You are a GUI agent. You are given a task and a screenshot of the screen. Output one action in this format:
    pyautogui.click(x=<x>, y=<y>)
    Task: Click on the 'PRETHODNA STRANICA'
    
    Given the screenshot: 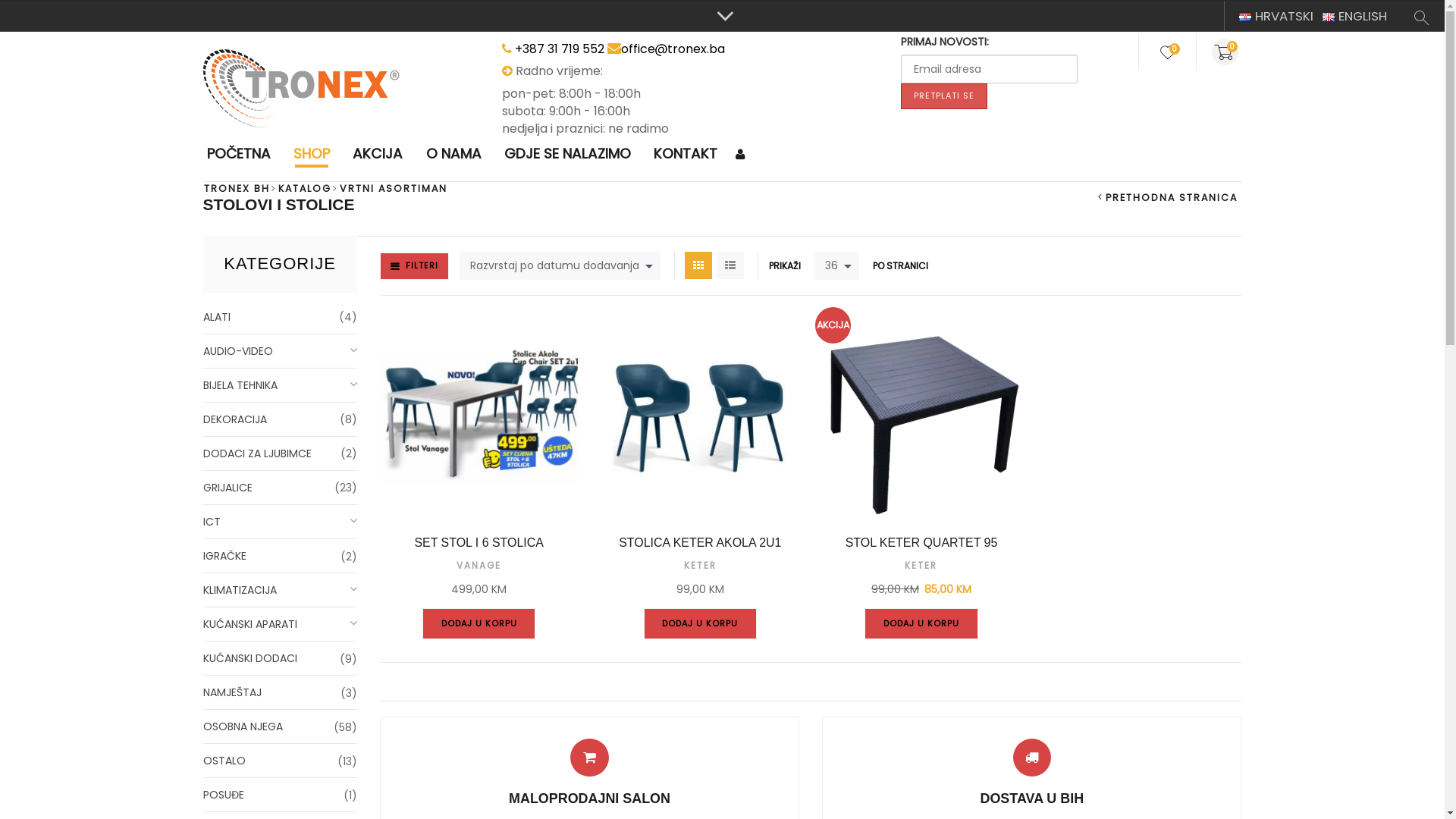 What is the action you would take?
    pyautogui.click(x=1167, y=196)
    